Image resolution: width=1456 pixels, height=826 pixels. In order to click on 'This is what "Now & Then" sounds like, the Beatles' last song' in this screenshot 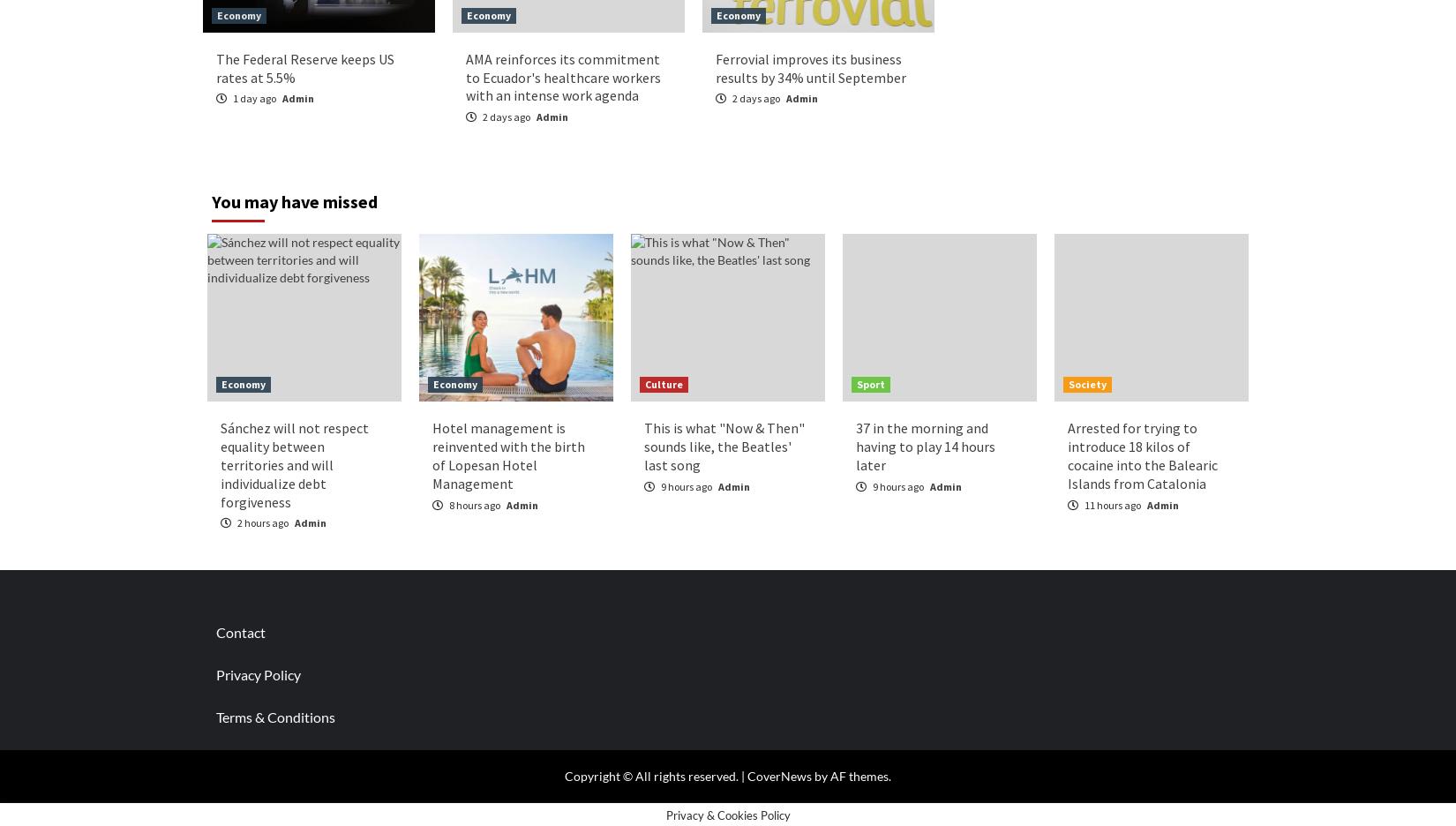, I will do `click(724, 445)`.